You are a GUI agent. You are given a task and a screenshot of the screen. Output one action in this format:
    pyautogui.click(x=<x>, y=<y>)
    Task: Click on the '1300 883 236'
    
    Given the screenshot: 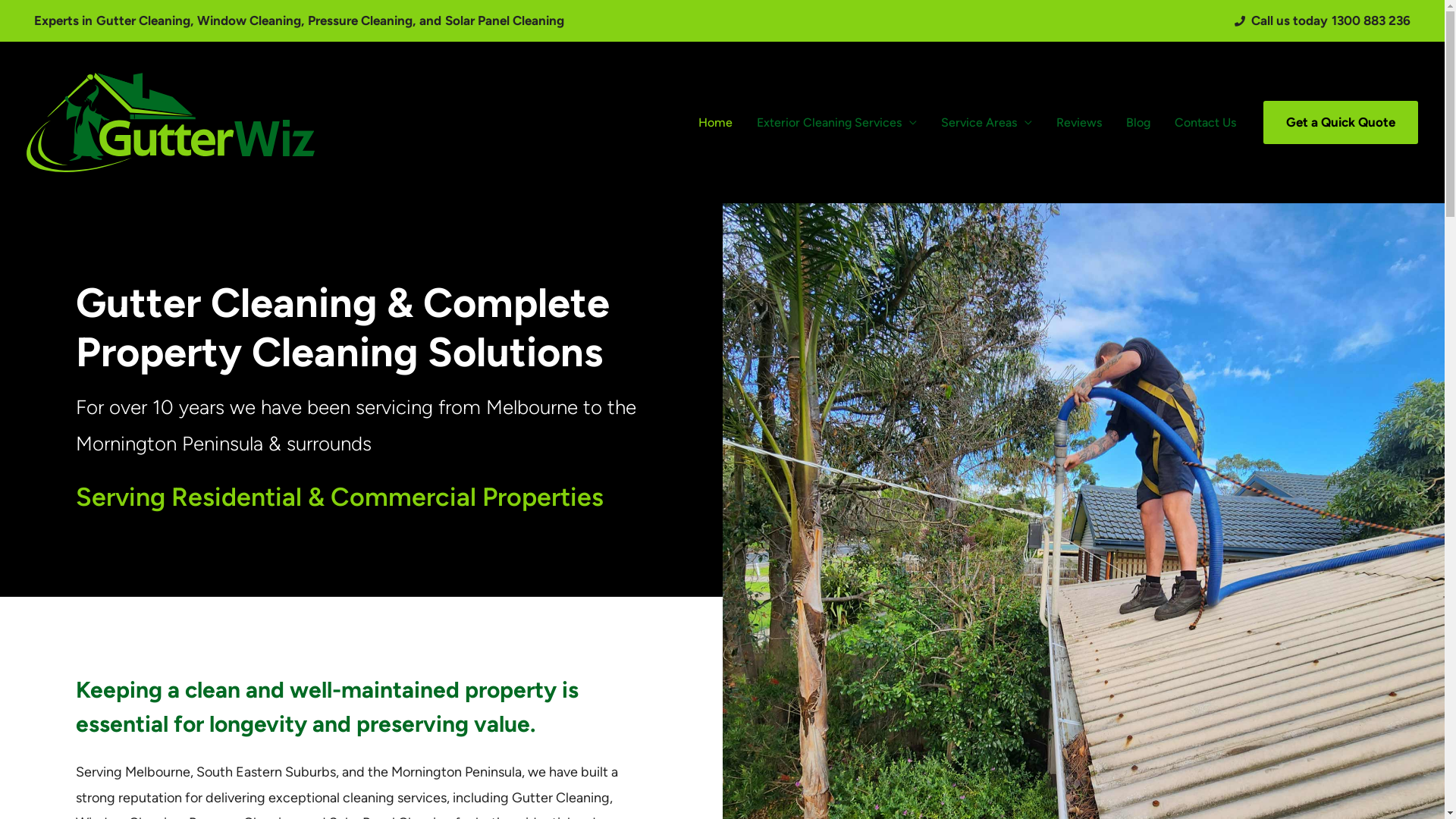 What is the action you would take?
    pyautogui.click(x=1371, y=20)
    